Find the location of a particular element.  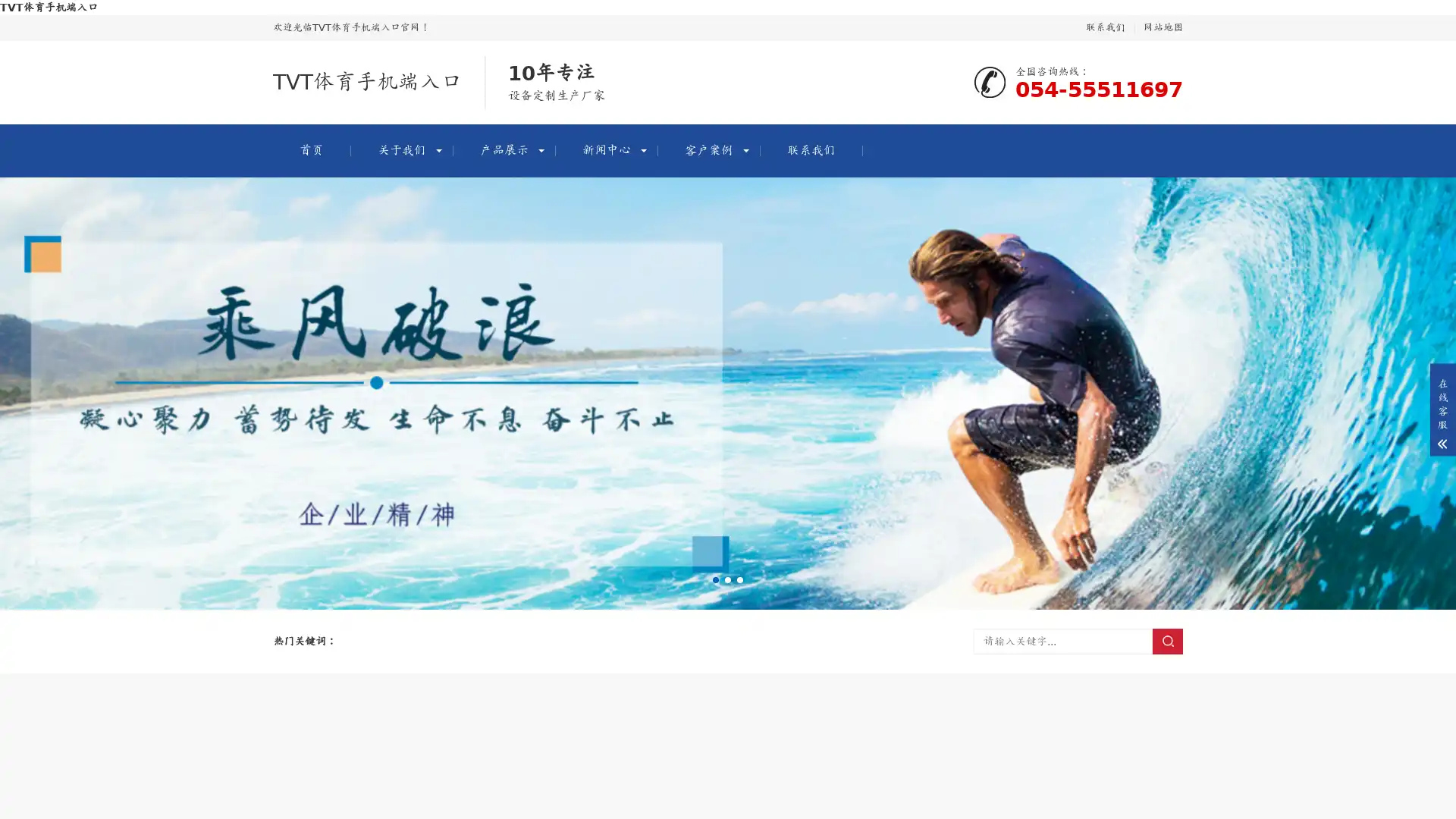

Go to slide 1 is located at coordinates (715, 579).